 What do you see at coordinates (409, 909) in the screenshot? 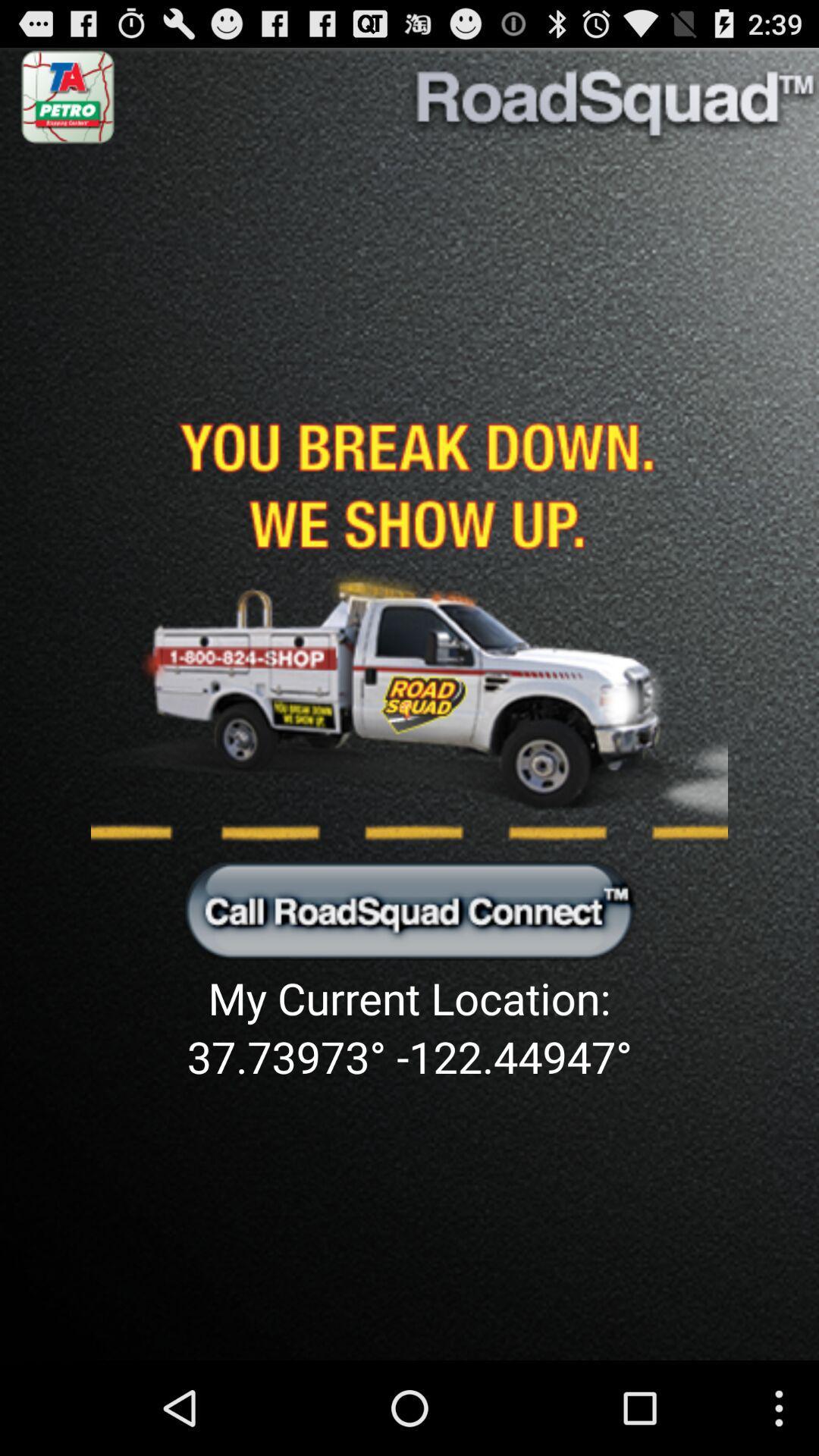
I see `open the phone app and calls the roadsquad connect service` at bounding box center [409, 909].